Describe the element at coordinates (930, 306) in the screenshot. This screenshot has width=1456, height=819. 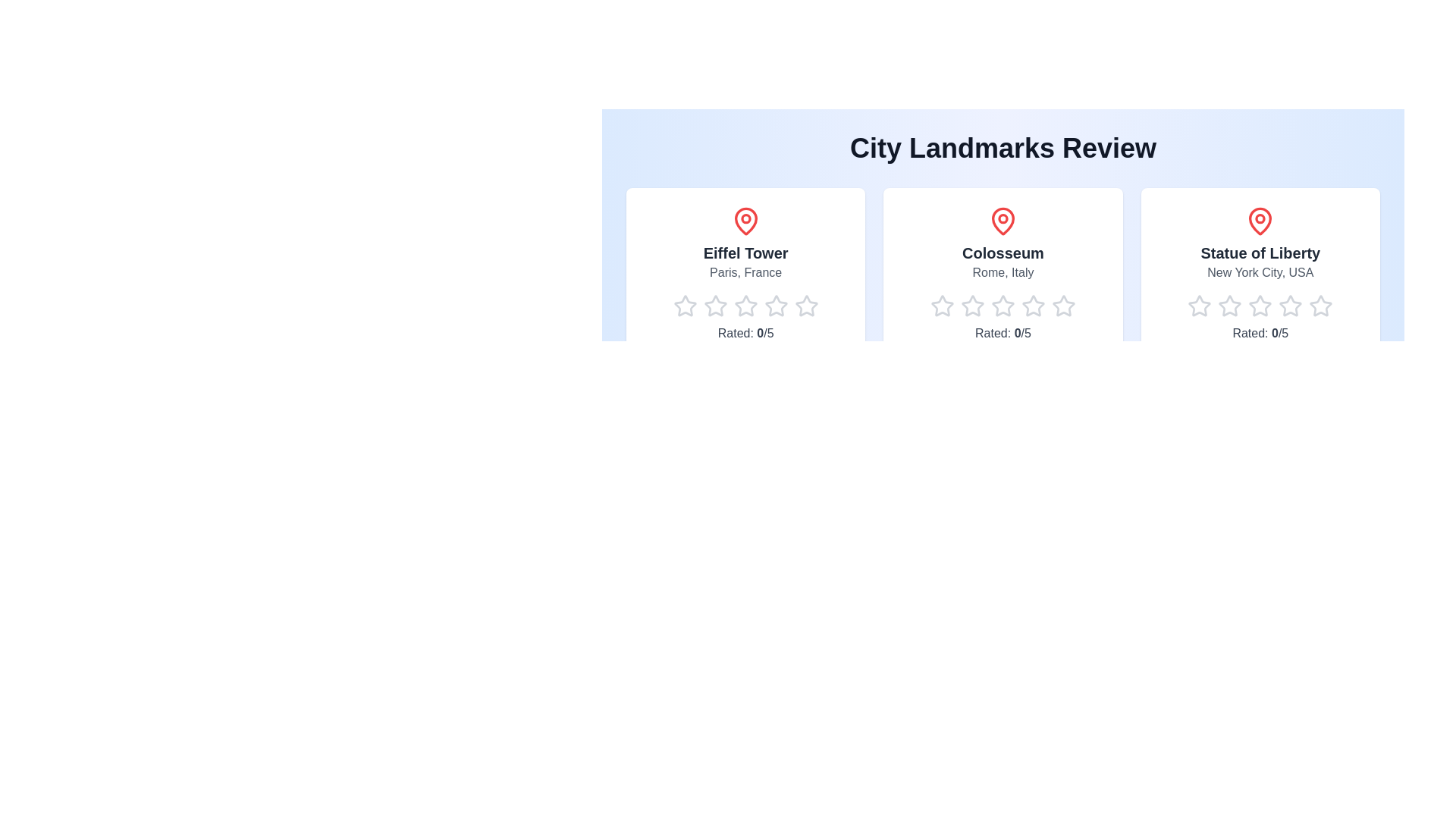
I see `the star corresponding to 1 for the landmark Colosseum` at that location.